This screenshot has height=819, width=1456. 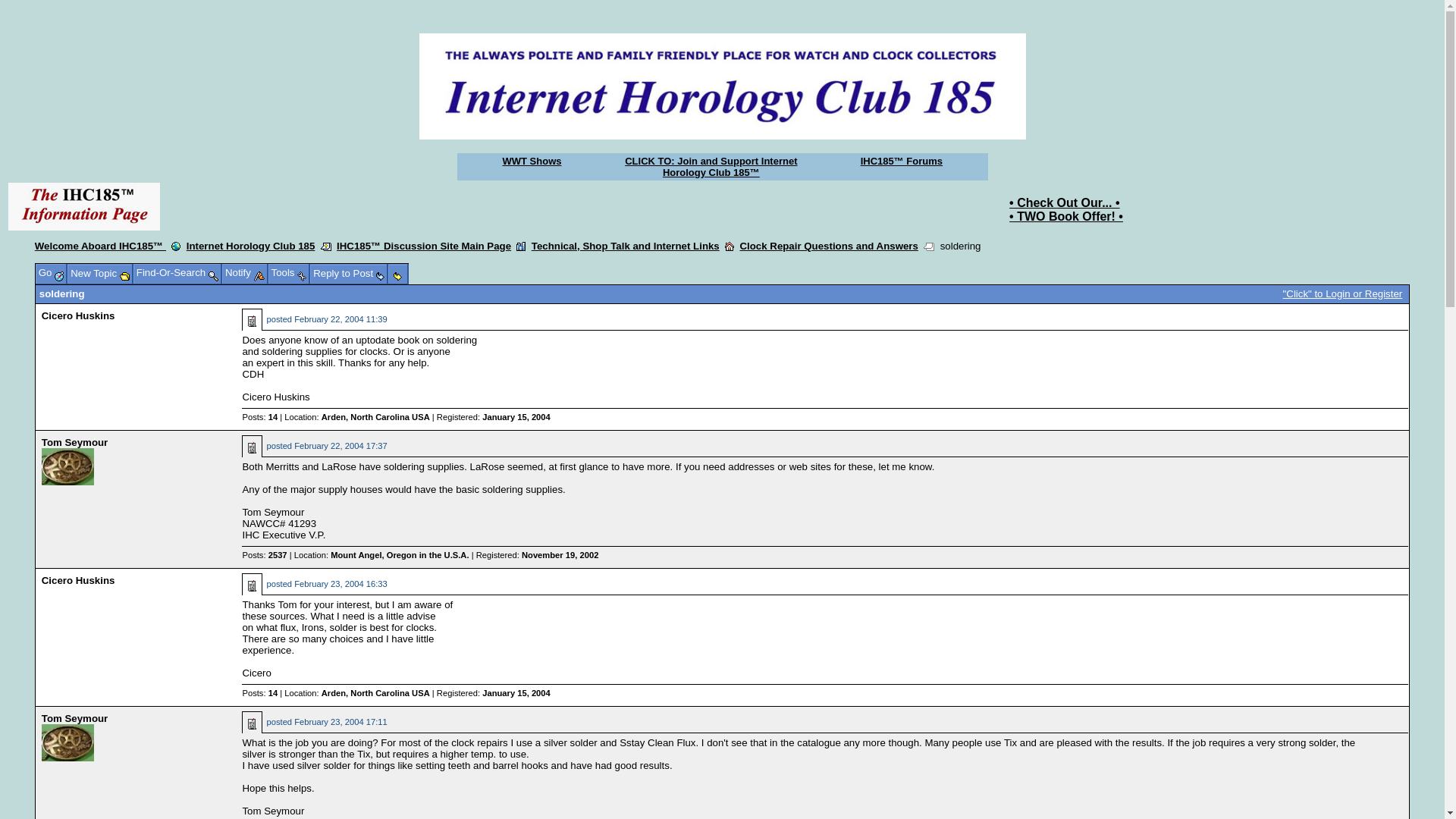 What do you see at coordinates (290, 274) in the screenshot?
I see `'Tools'` at bounding box center [290, 274].